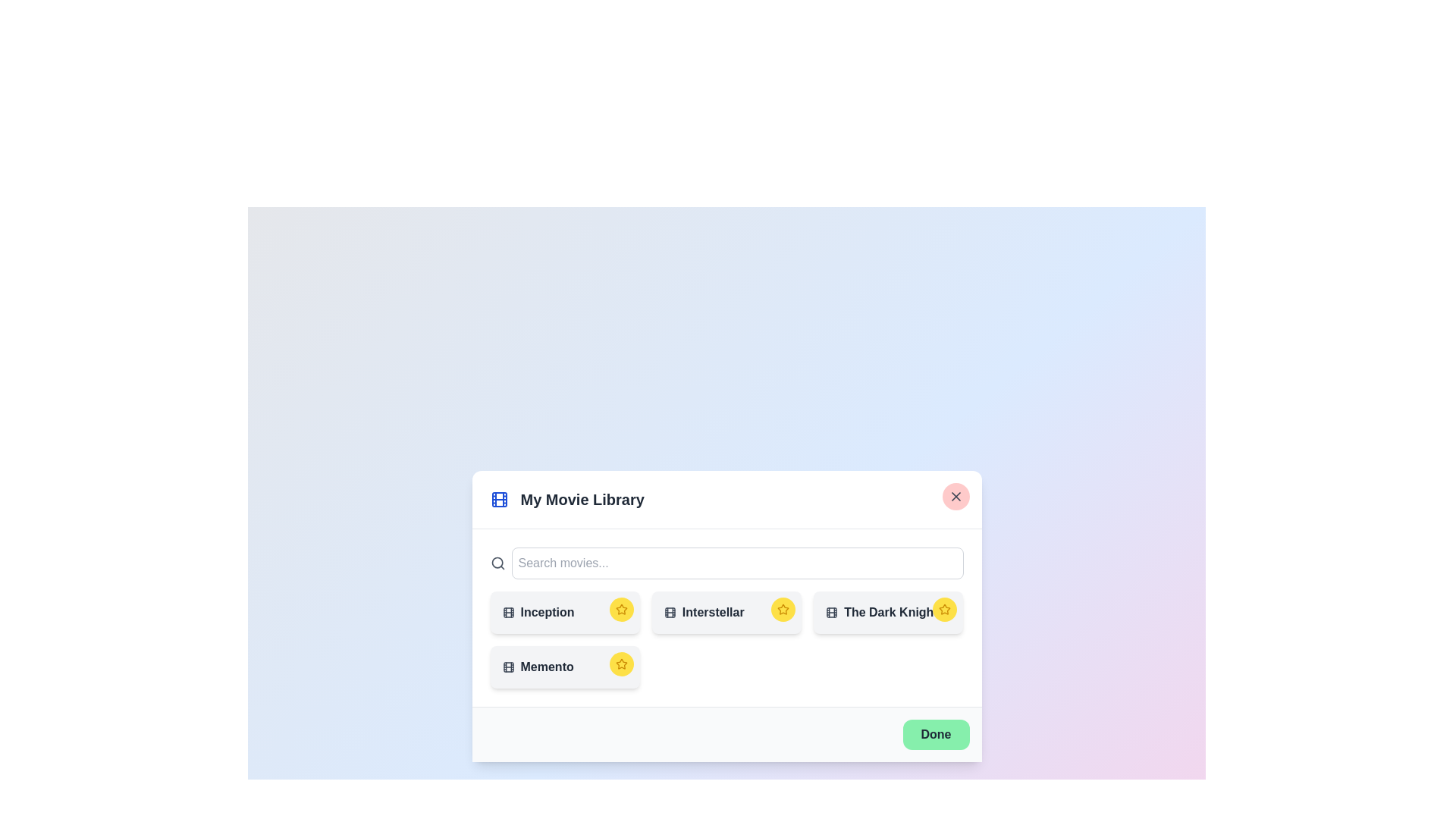  Describe the element at coordinates (564, 611) in the screenshot. I see `text content of the movie title label located centrally in the component that groups movie titles, positioned as the first item in the list next to a yellow star icon` at that location.